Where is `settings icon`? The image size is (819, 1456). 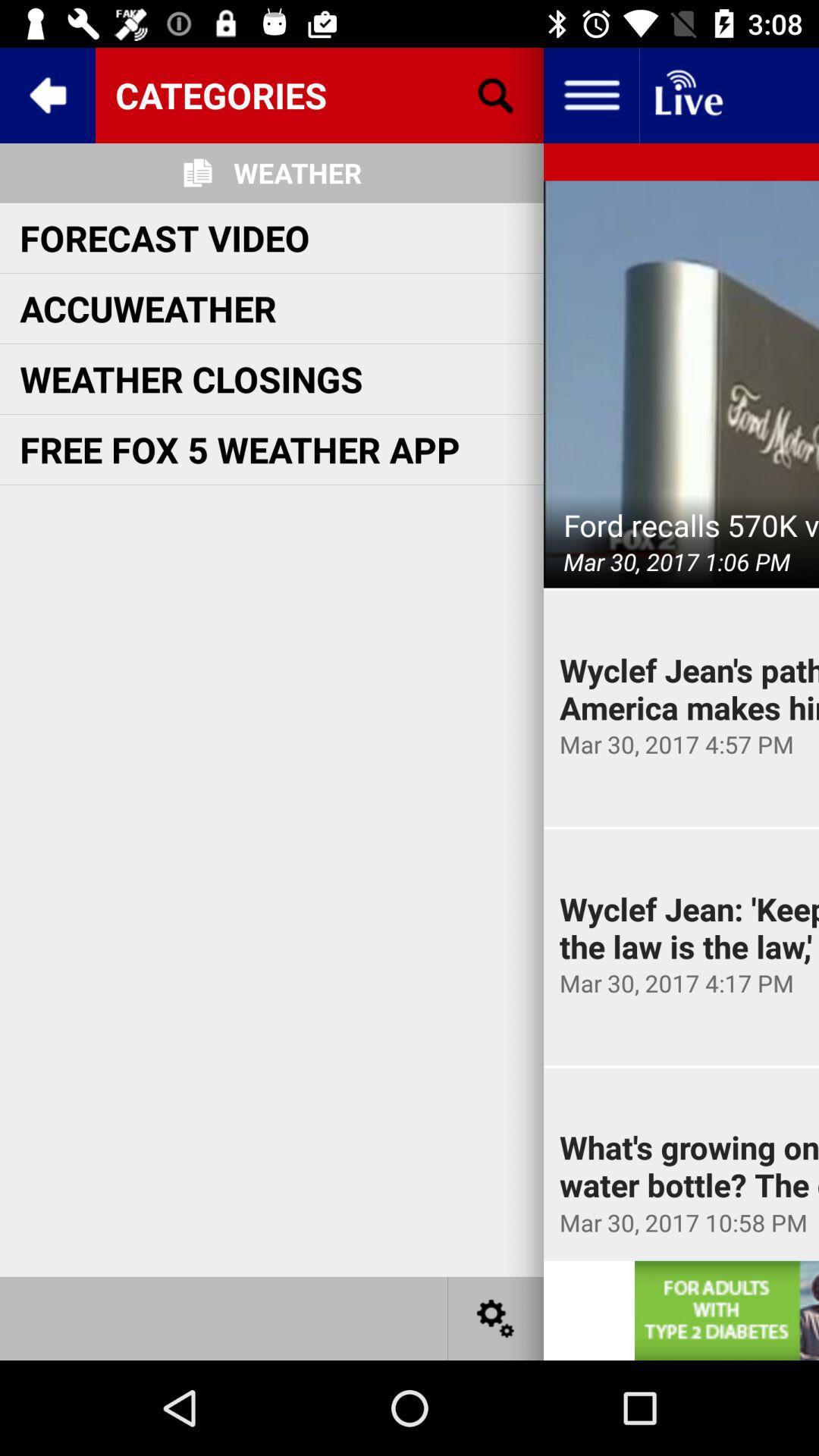 settings icon is located at coordinates (496, 1317).